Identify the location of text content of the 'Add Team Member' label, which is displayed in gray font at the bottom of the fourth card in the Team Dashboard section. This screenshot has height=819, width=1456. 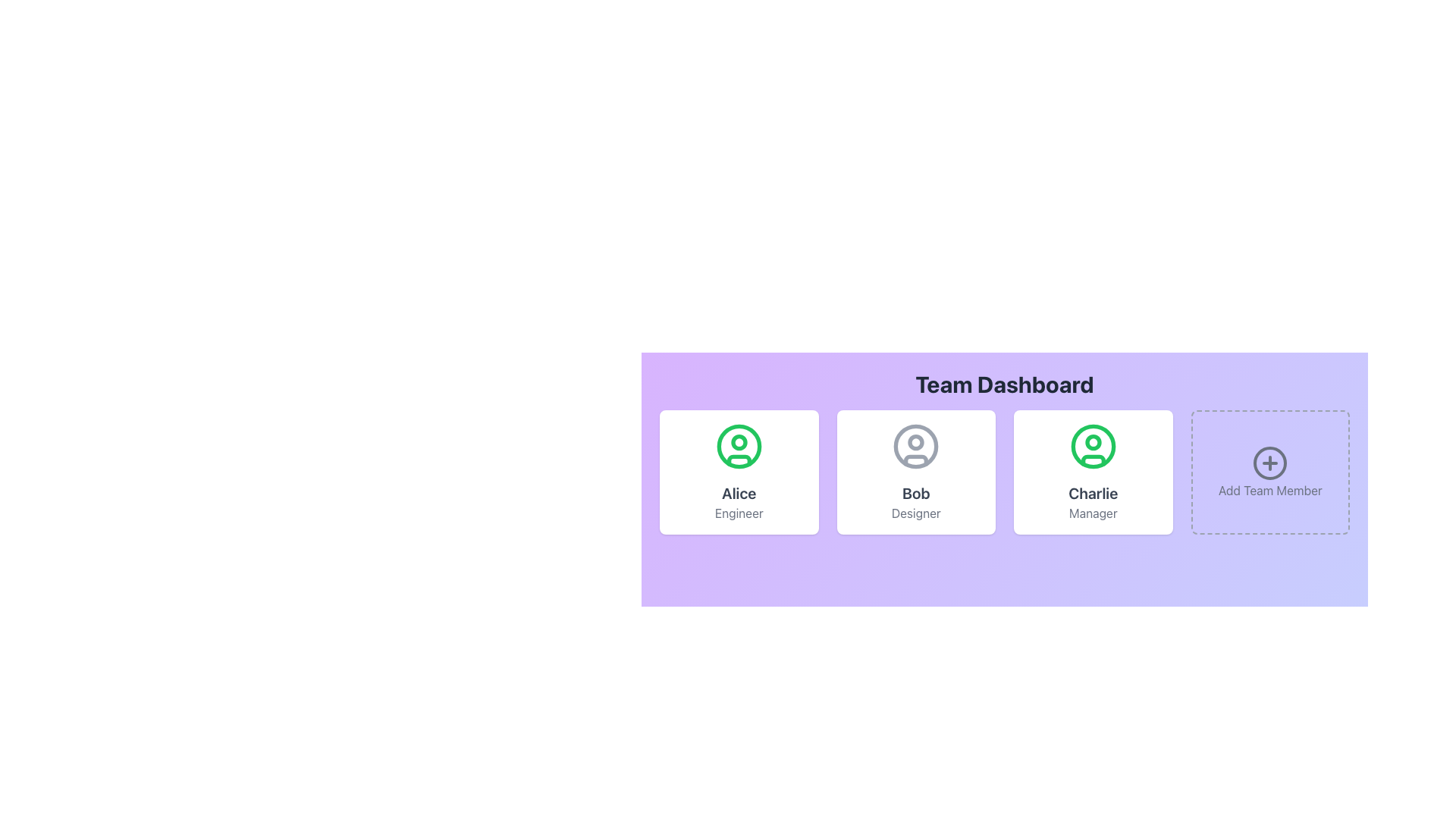
(1270, 491).